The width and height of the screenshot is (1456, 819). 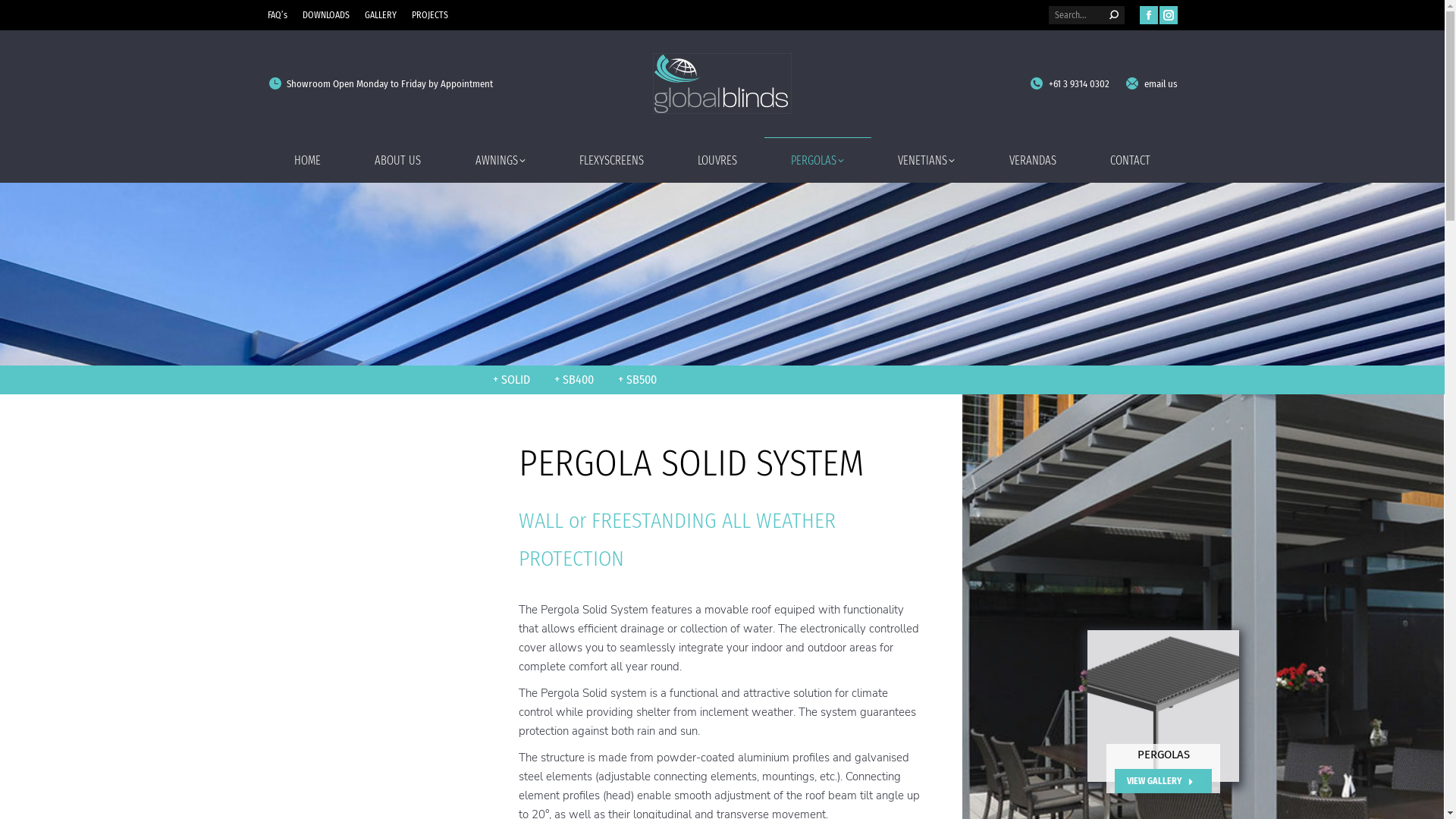 What do you see at coordinates (397, 159) in the screenshot?
I see `'ABOUT US'` at bounding box center [397, 159].